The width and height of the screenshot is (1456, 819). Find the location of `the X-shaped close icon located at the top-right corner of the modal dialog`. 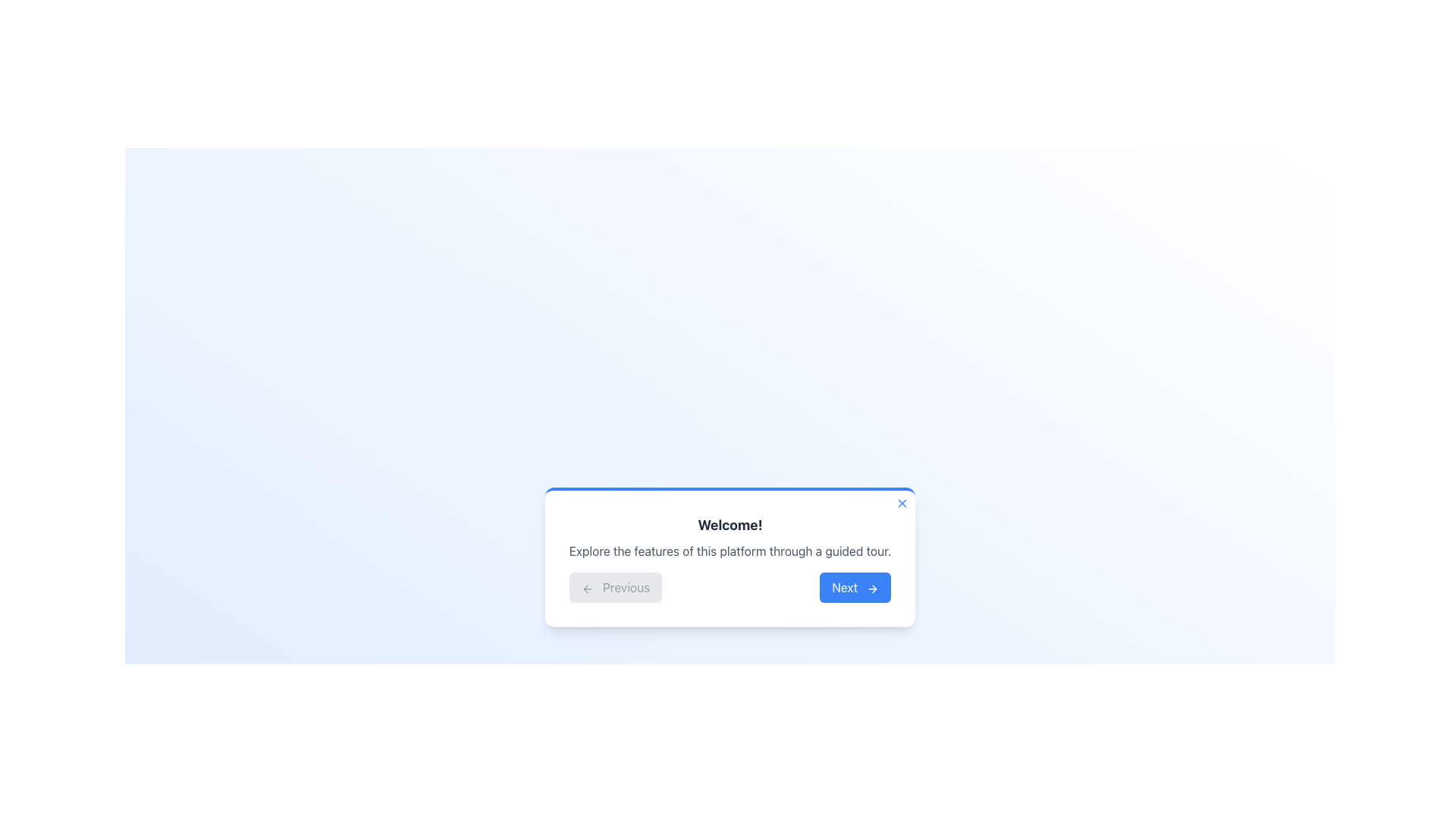

the X-shaped close icon located at the top-right corner of the modal dialog is located at coordinates (902, 503).